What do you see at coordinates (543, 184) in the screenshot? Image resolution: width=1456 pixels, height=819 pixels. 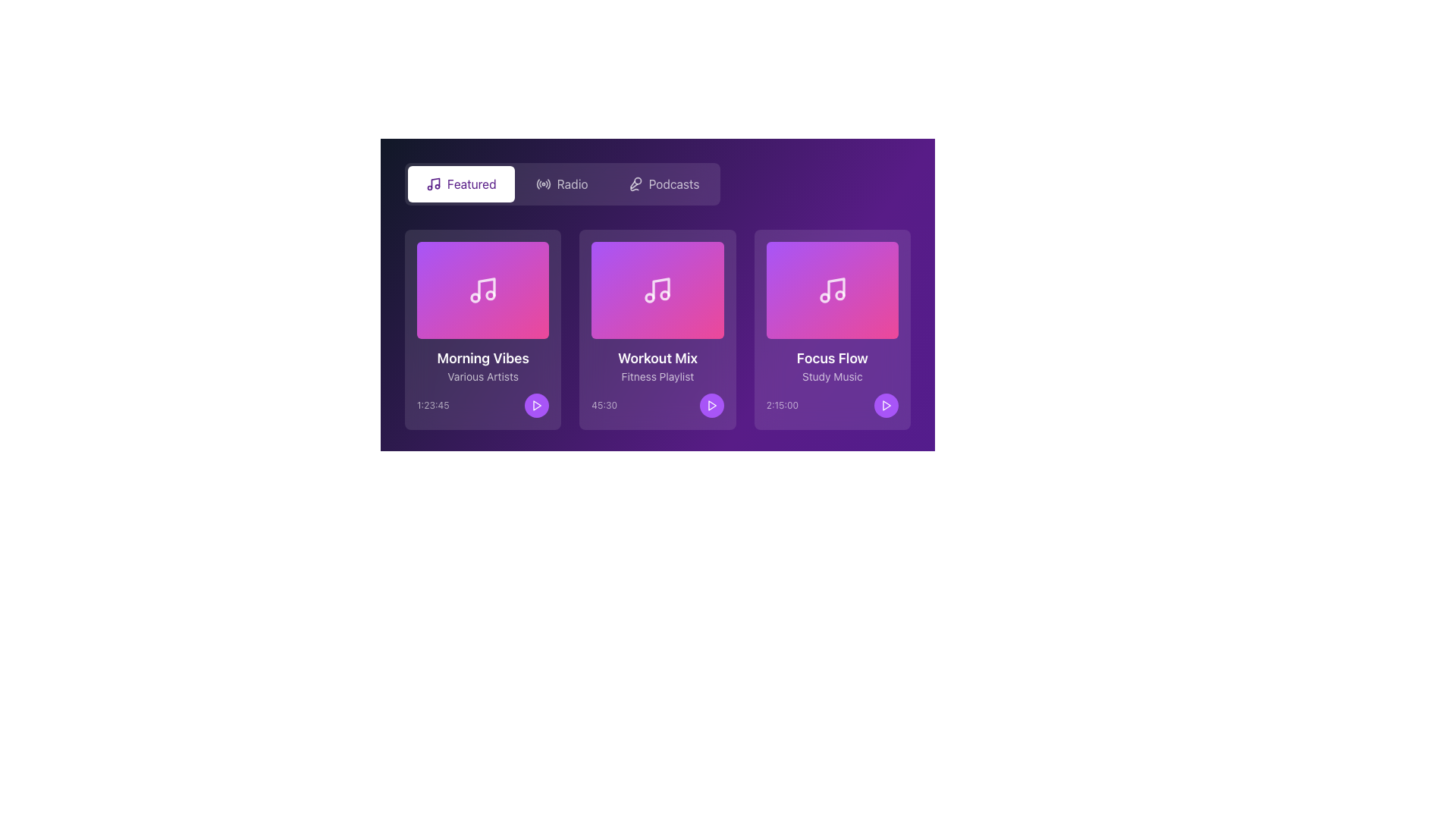 I see `the 'Radio' icon located on the top navigation bar, positioned between the 'Featured' and 'Podcasts' buttons` at bounding box center [543, 184].